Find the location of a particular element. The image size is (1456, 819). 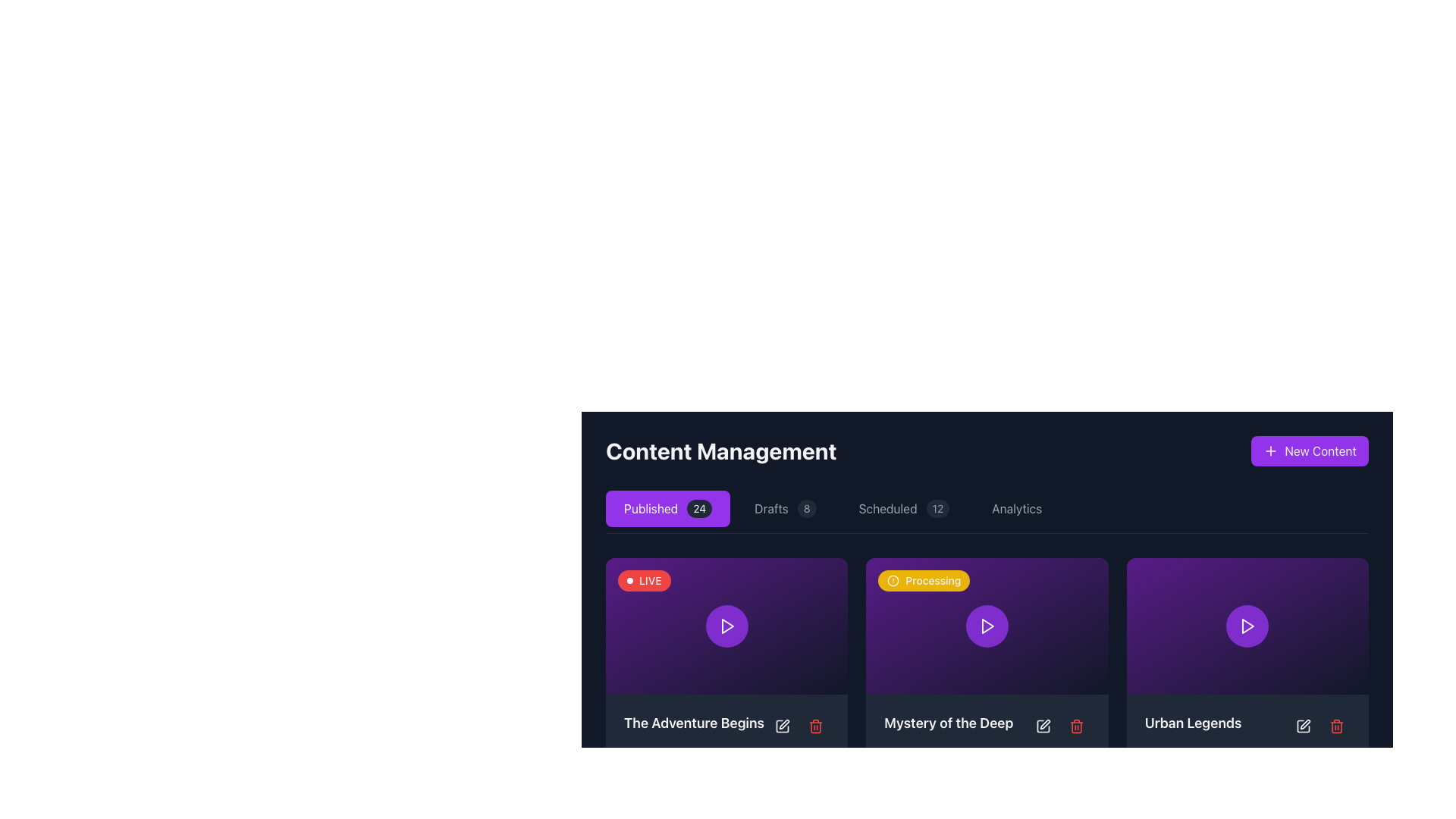

the 'New Content' text label on the button with a purple background is located at coordinates (1319, 450).